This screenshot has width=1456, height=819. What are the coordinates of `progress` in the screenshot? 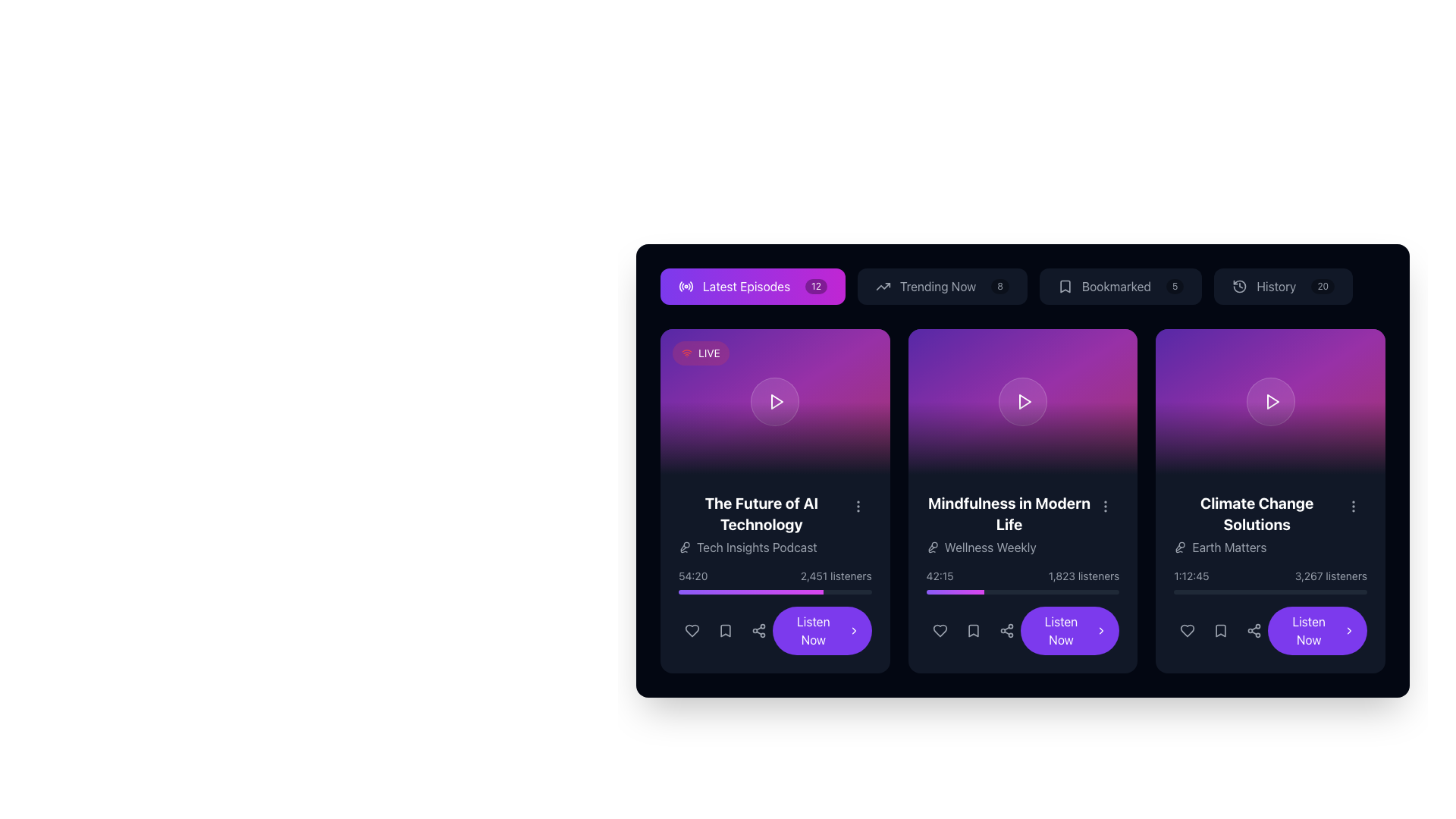 It's located at (981, 591).